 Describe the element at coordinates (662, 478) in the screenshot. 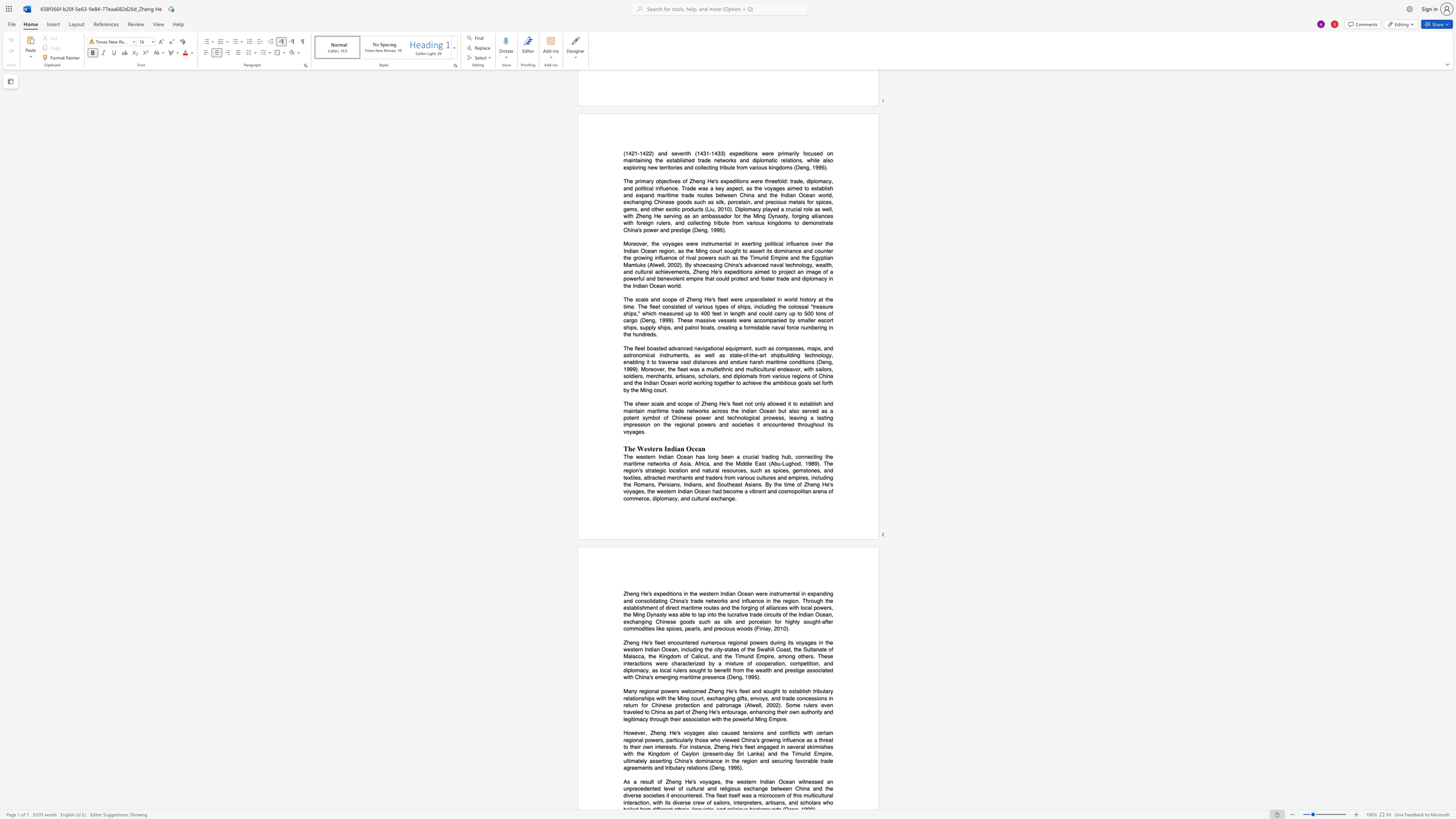

I see `the subset text "d merchants and traders from various cultures and empires, including the Romans, Persians, Indians, and Southeast" within the text "The western Indian Ocean has long been a crucial trading hub, connecting the maritime networks of Asia, Africa, and the Middle East (Abu-Lughod, 1989). The region"` at that location.